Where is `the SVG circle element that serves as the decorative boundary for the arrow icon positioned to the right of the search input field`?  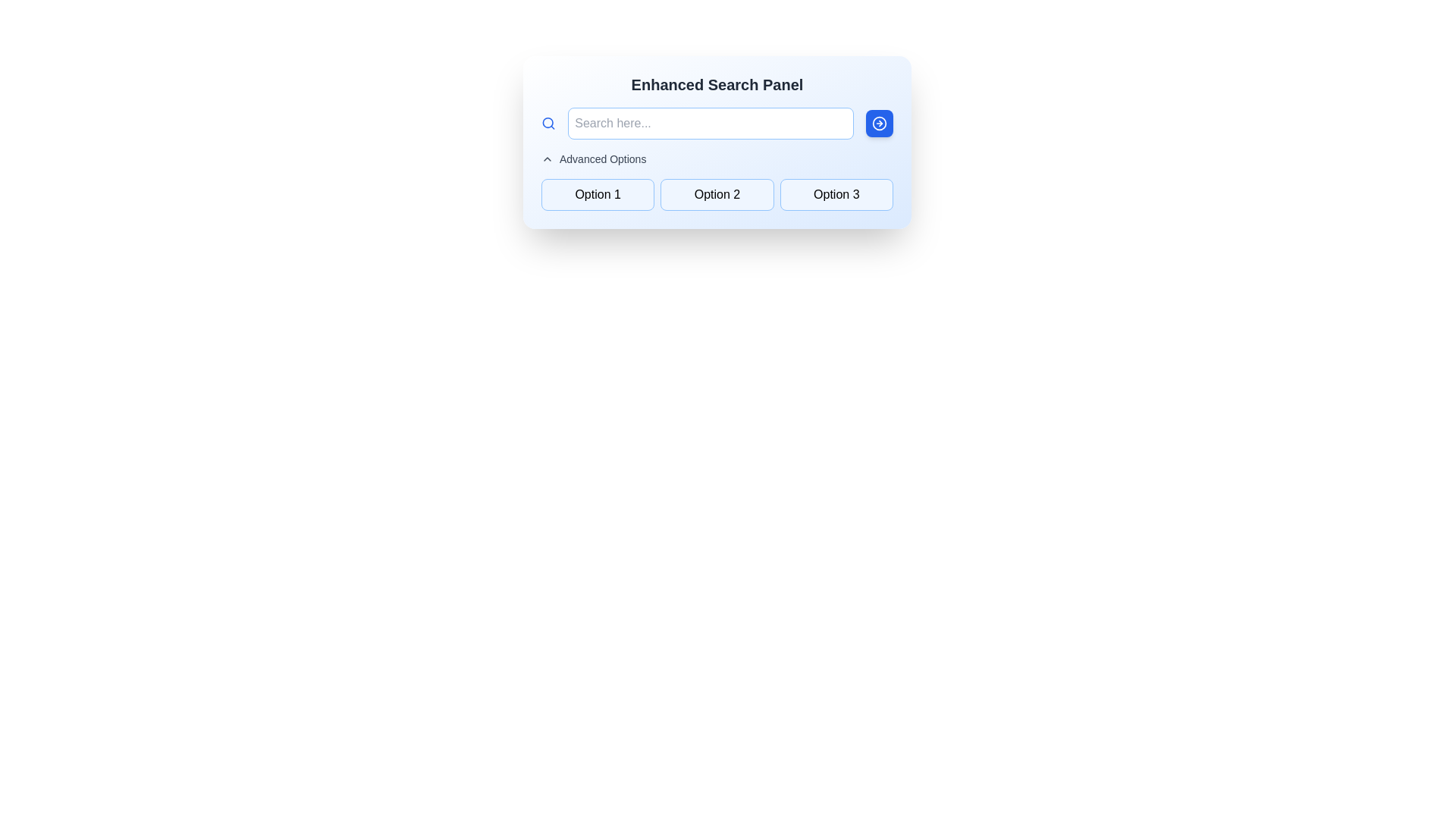
the SVG circle element that serves as the decorative boundary for the arrow icon positioned to the right of the search input field is located at coordinates (880, 122).